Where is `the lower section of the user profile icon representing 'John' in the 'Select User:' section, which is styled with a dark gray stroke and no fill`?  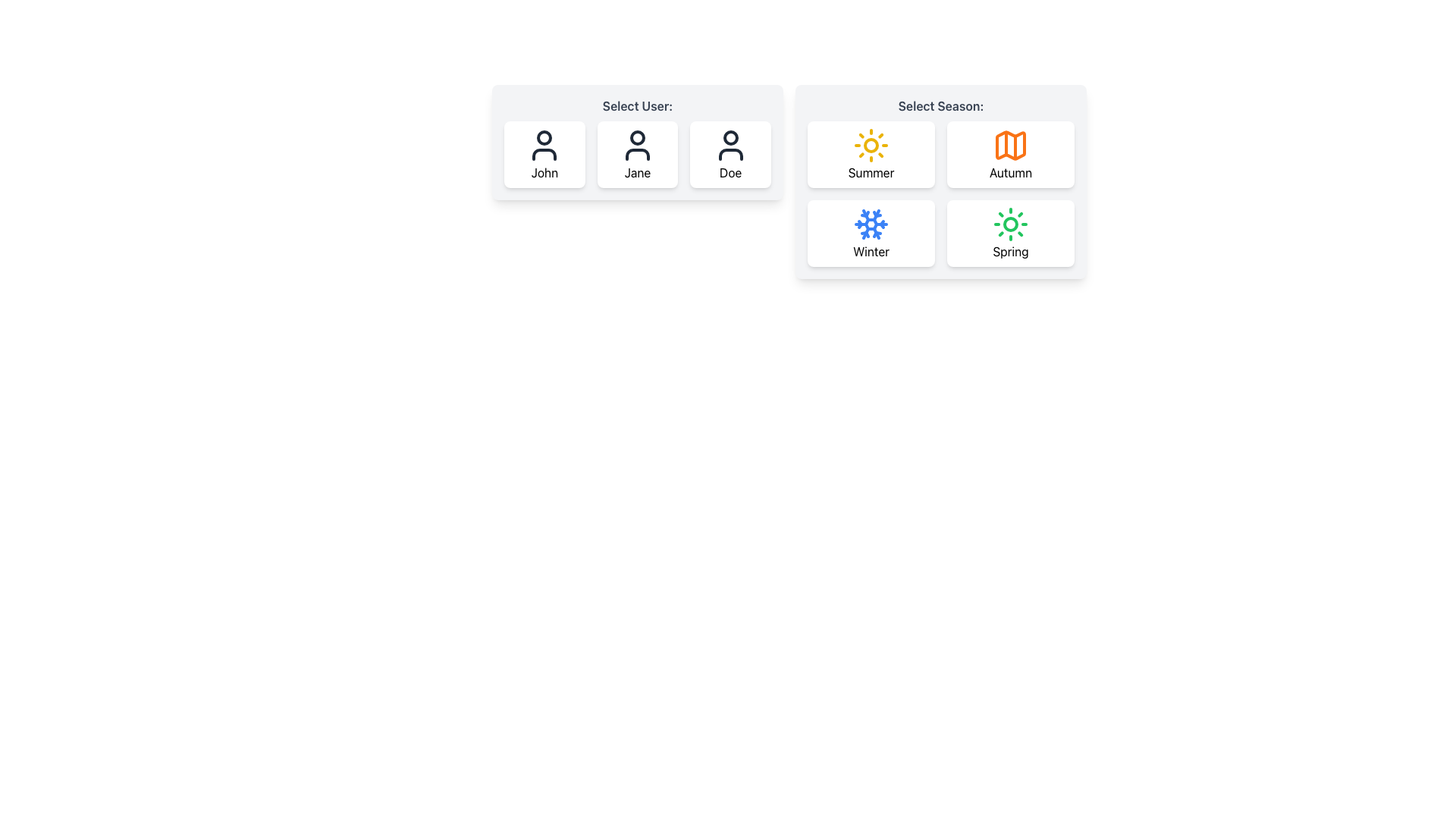
the lower section of the user profile icon representing 'John' in the 'Select User:' section, which is styled with a dark gray stroke and no fill is located at coordinates (544, 155).